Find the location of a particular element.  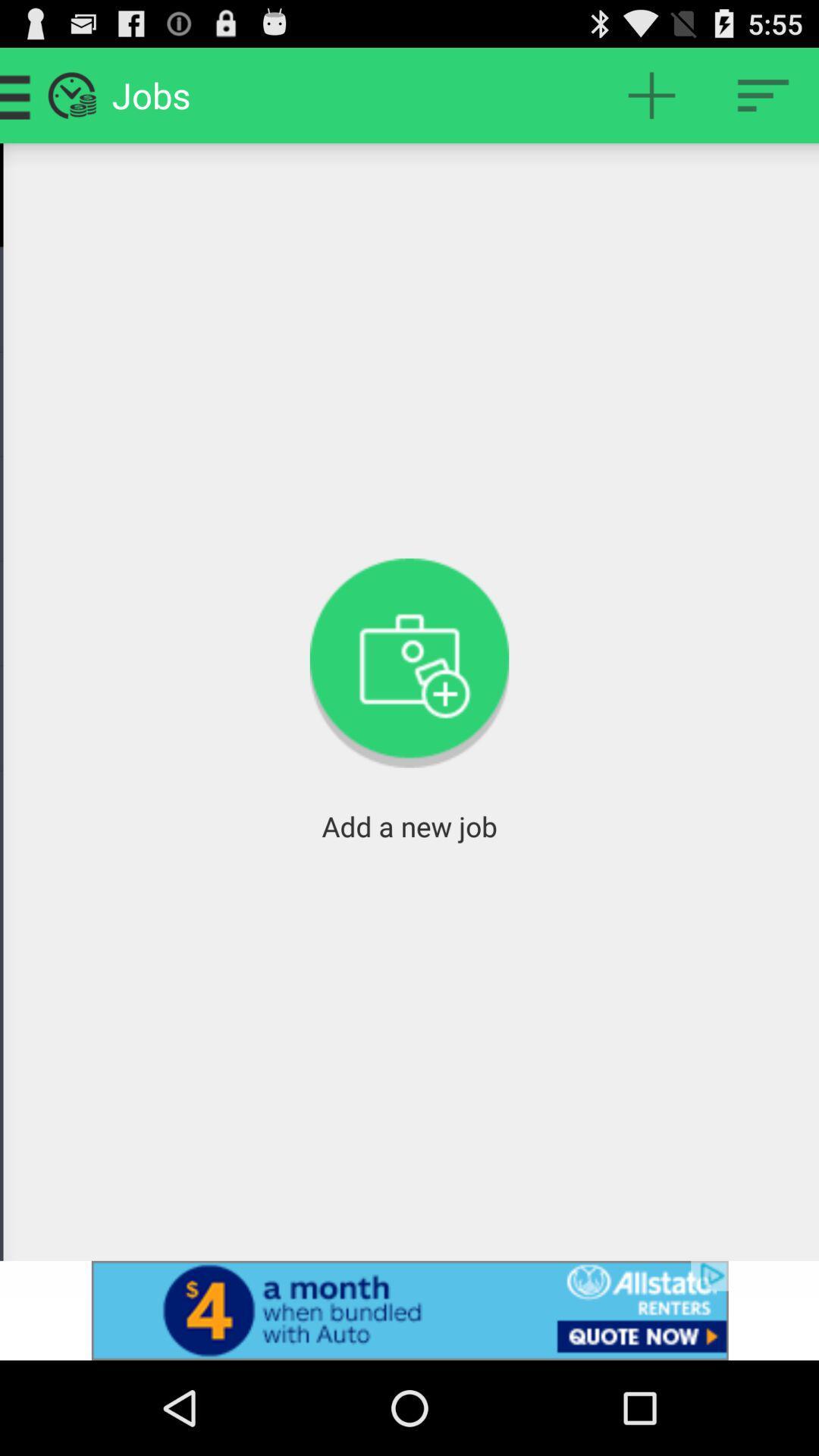

advertisement is located at coordinates (409, 1310).